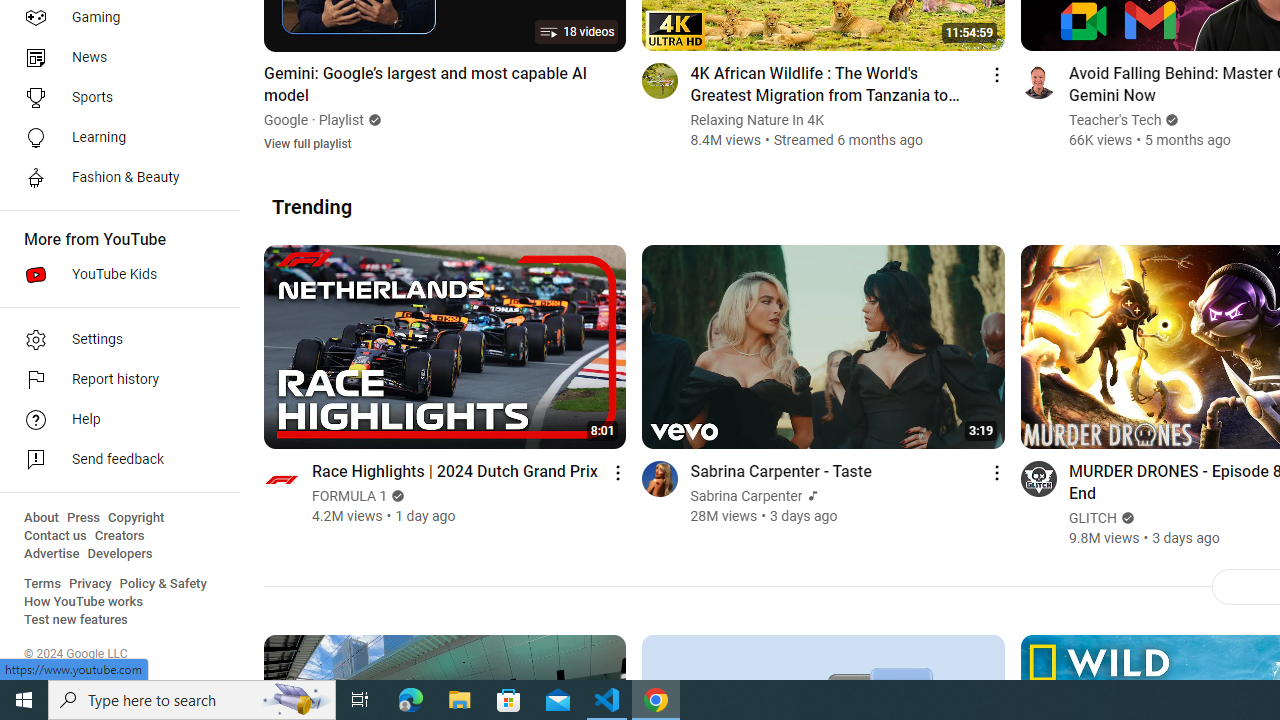 The image size is (1280, 720). I want to click on 'Verified', so click(1125, 517).